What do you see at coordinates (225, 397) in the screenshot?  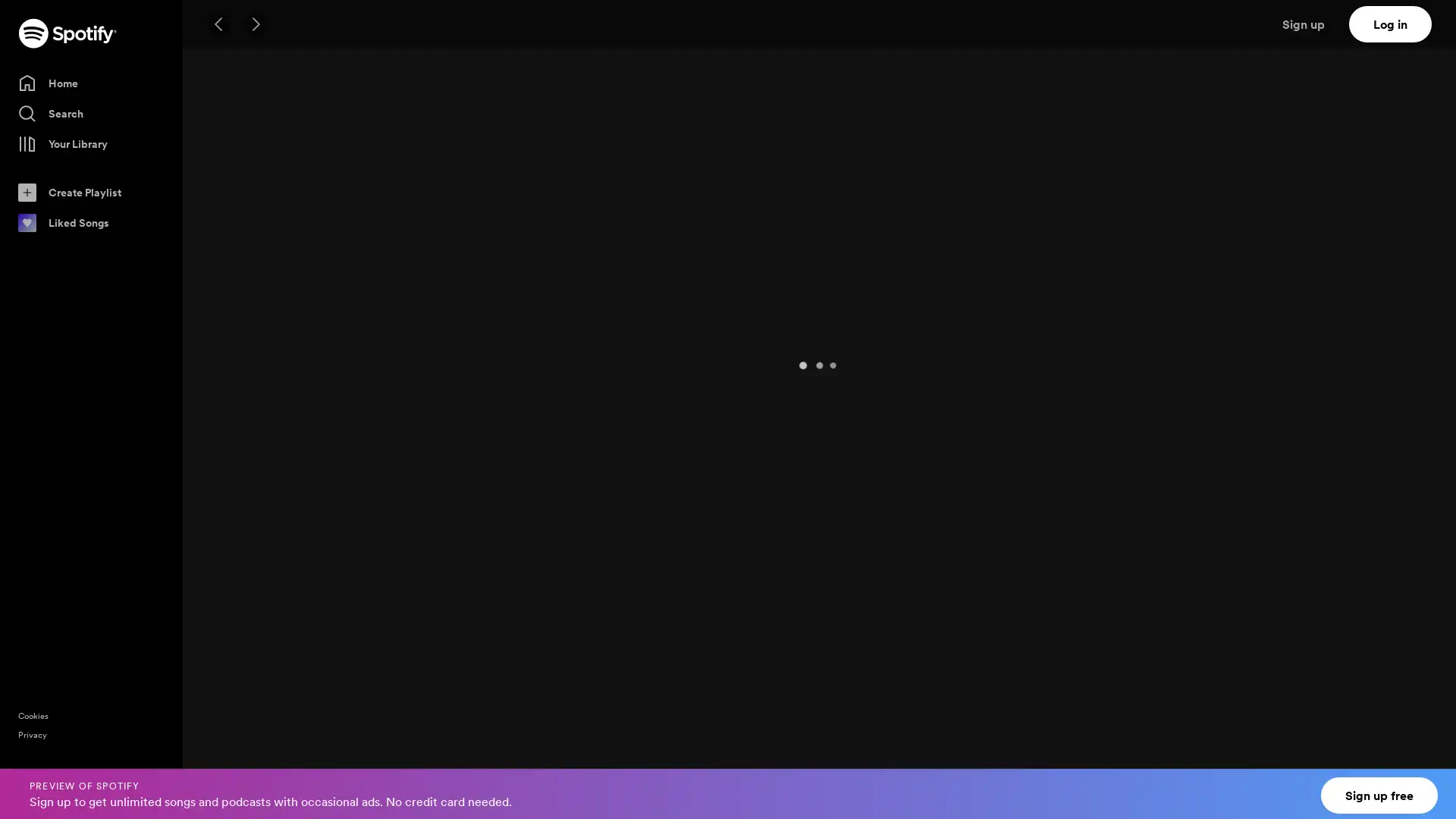 I see `Play Observatory by Sofie Birch, Nana Pi` at bounding box center [225, 397].